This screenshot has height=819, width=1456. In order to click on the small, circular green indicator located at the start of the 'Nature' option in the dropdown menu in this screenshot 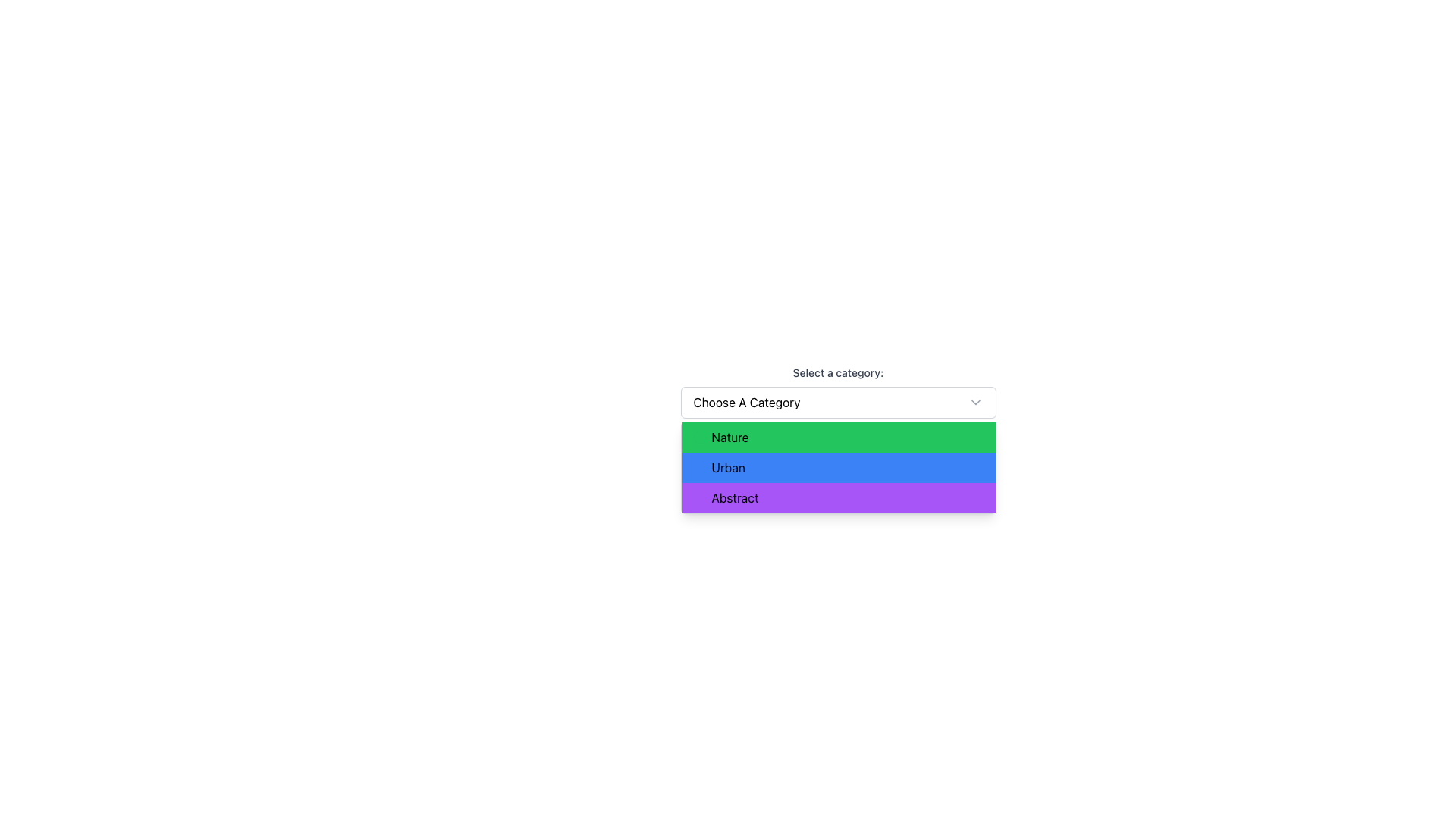, I will do `click(698, 438)`.